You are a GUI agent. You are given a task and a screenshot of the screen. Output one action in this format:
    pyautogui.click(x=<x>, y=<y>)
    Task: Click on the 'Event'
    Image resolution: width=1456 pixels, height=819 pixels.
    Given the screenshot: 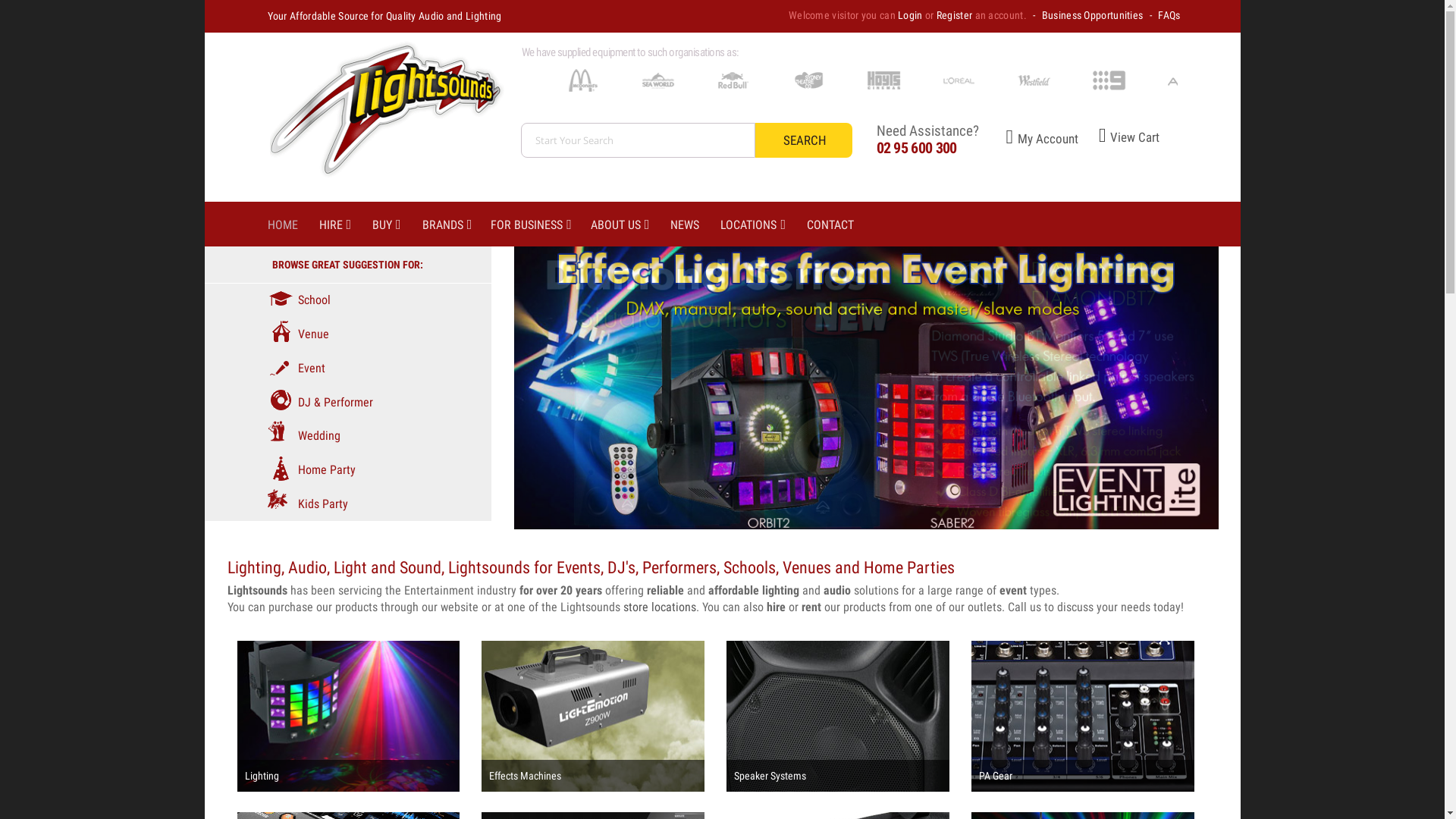 What is the action you would take?
    pyautogui.click(x=266, y=368)
    